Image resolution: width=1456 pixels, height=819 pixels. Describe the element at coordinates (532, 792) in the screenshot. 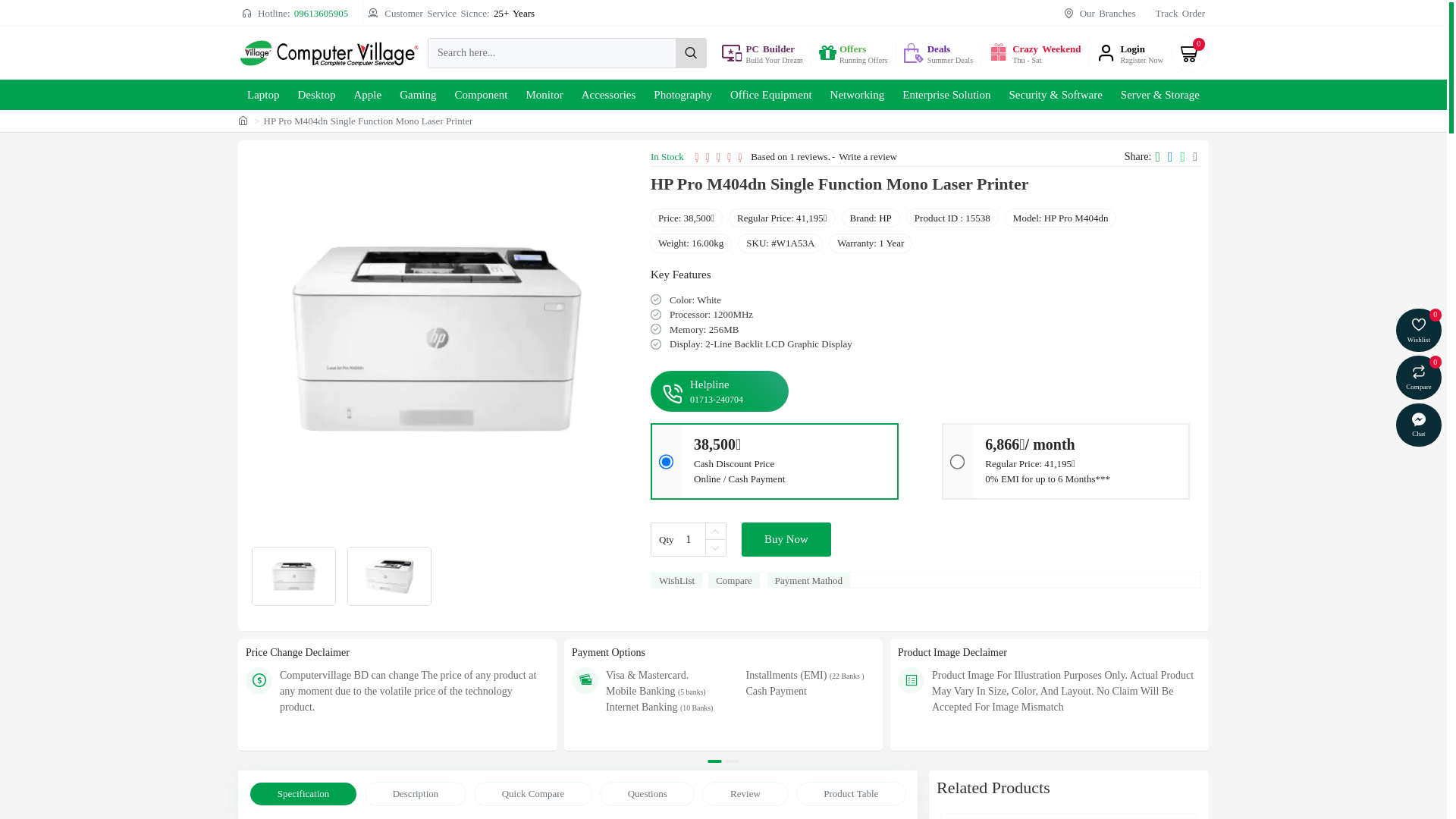

I see `'Quick Compare'` at that location.